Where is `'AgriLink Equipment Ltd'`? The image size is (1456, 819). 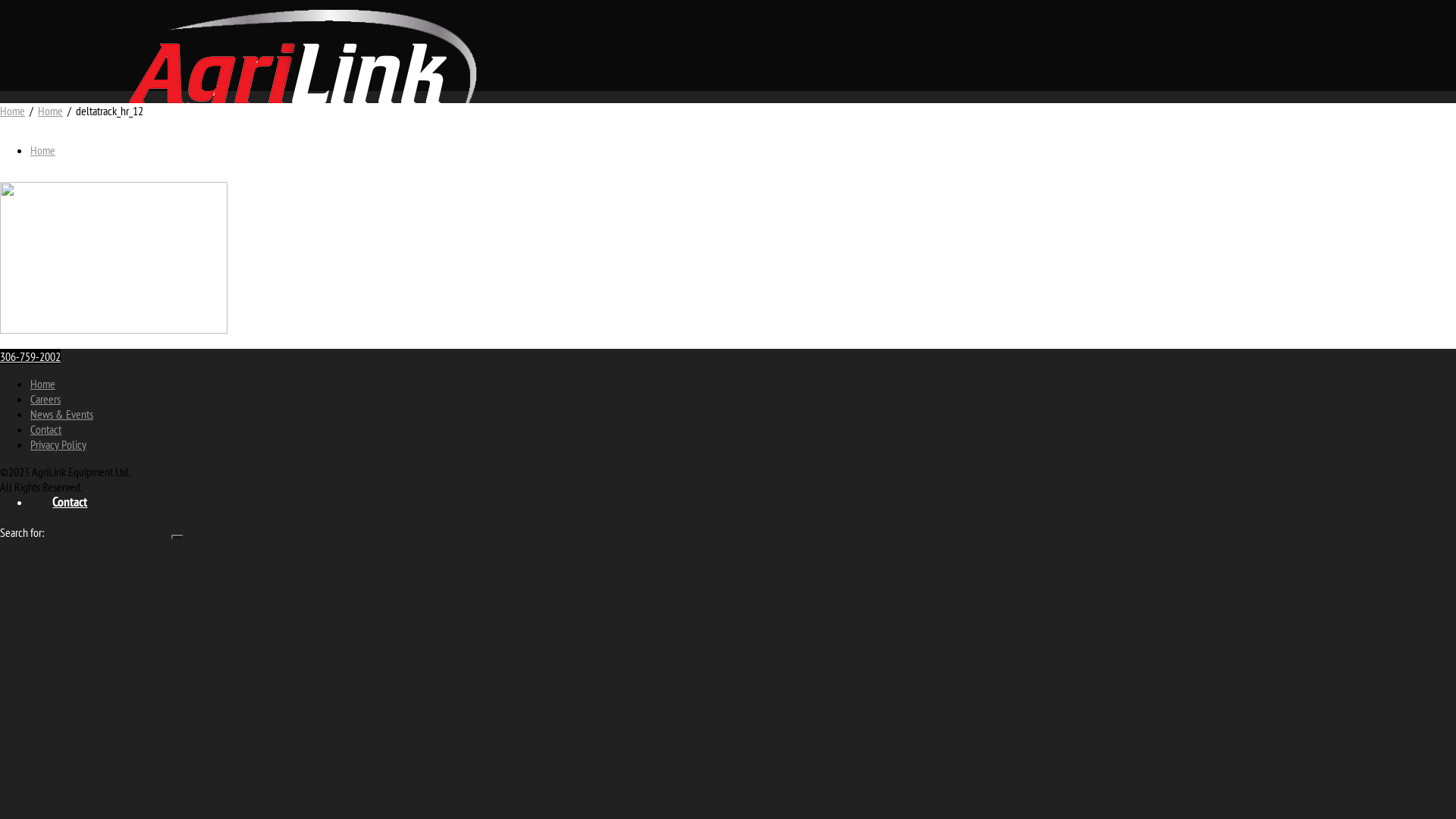 'AgriLink Equipment Ltd' is located at coordinates (303, 67).